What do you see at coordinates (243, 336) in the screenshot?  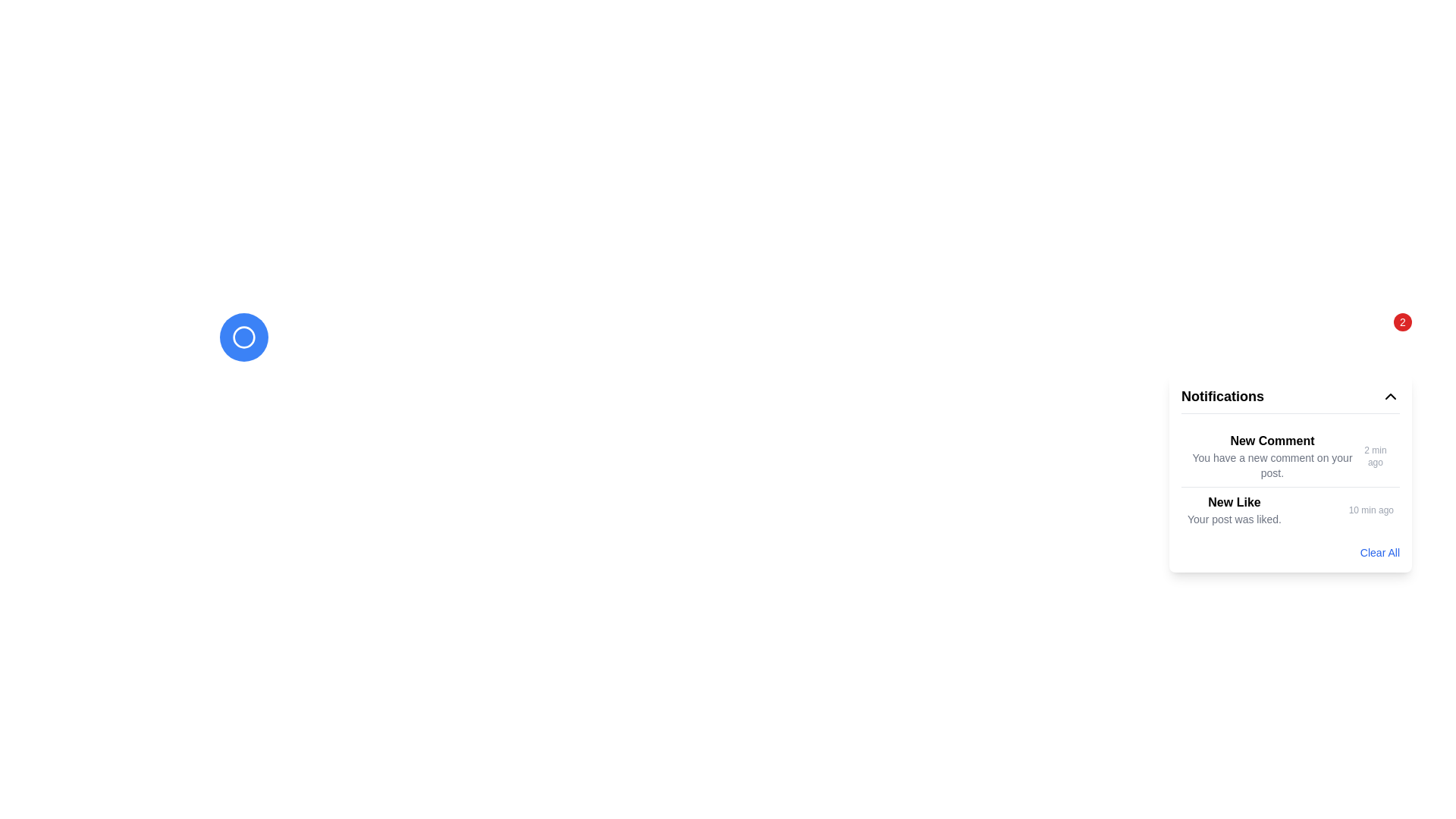 I see `the Graphical Circle, which is a blue filled circular element with a white outline, located near the bottom-center area of the UI` at bounding box center [243, 336].